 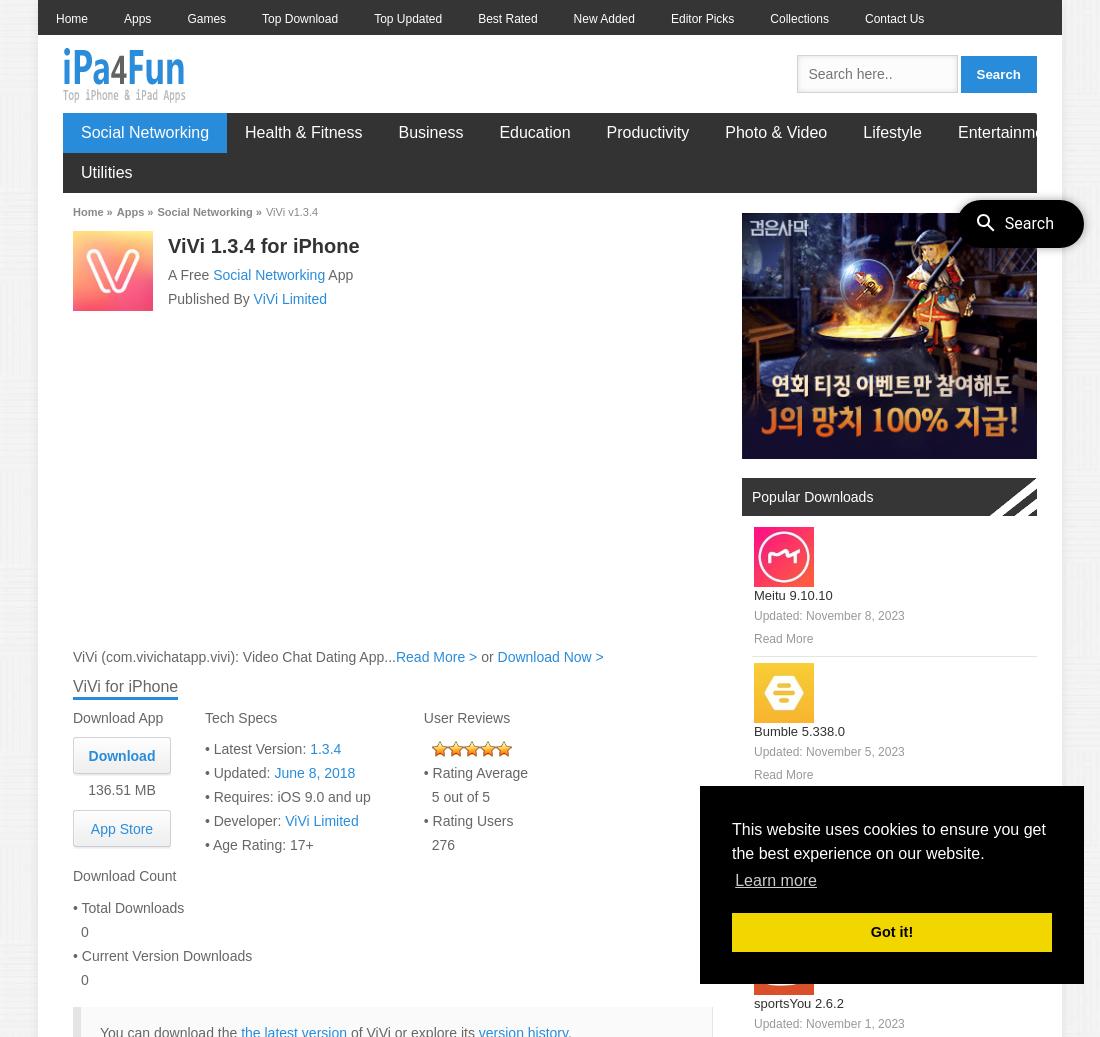 What do you see at coordinates (753, 1024) in the screenshot?
I see `'Updated: November 1, 2023'` at bounding box center [753, 1024].